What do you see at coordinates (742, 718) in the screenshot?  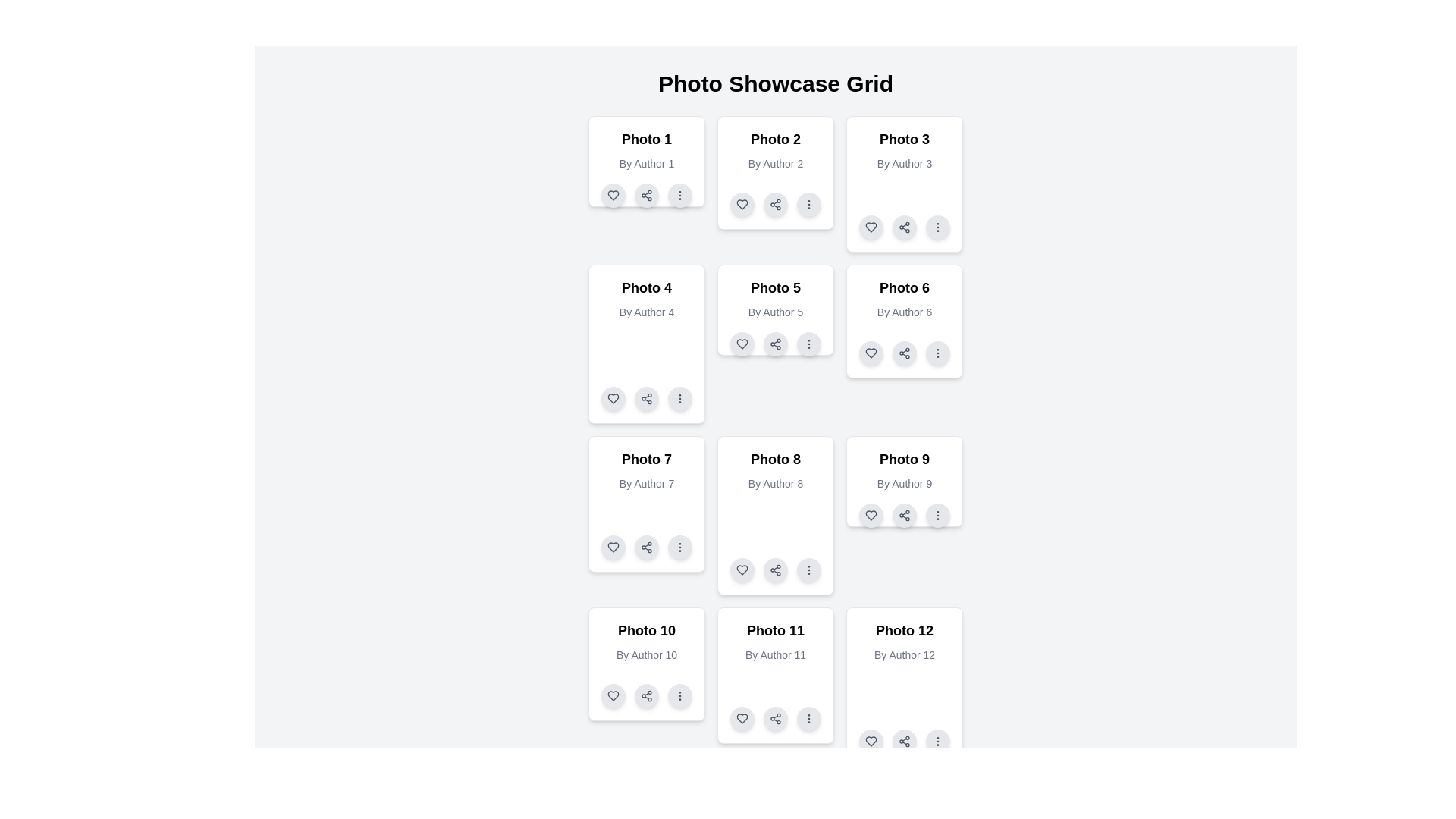 I see `the heart-shaped icon button located at the bottom-left corner of the 'Photo 11' card by 'Author 11'` at bounding box center [742, 718].